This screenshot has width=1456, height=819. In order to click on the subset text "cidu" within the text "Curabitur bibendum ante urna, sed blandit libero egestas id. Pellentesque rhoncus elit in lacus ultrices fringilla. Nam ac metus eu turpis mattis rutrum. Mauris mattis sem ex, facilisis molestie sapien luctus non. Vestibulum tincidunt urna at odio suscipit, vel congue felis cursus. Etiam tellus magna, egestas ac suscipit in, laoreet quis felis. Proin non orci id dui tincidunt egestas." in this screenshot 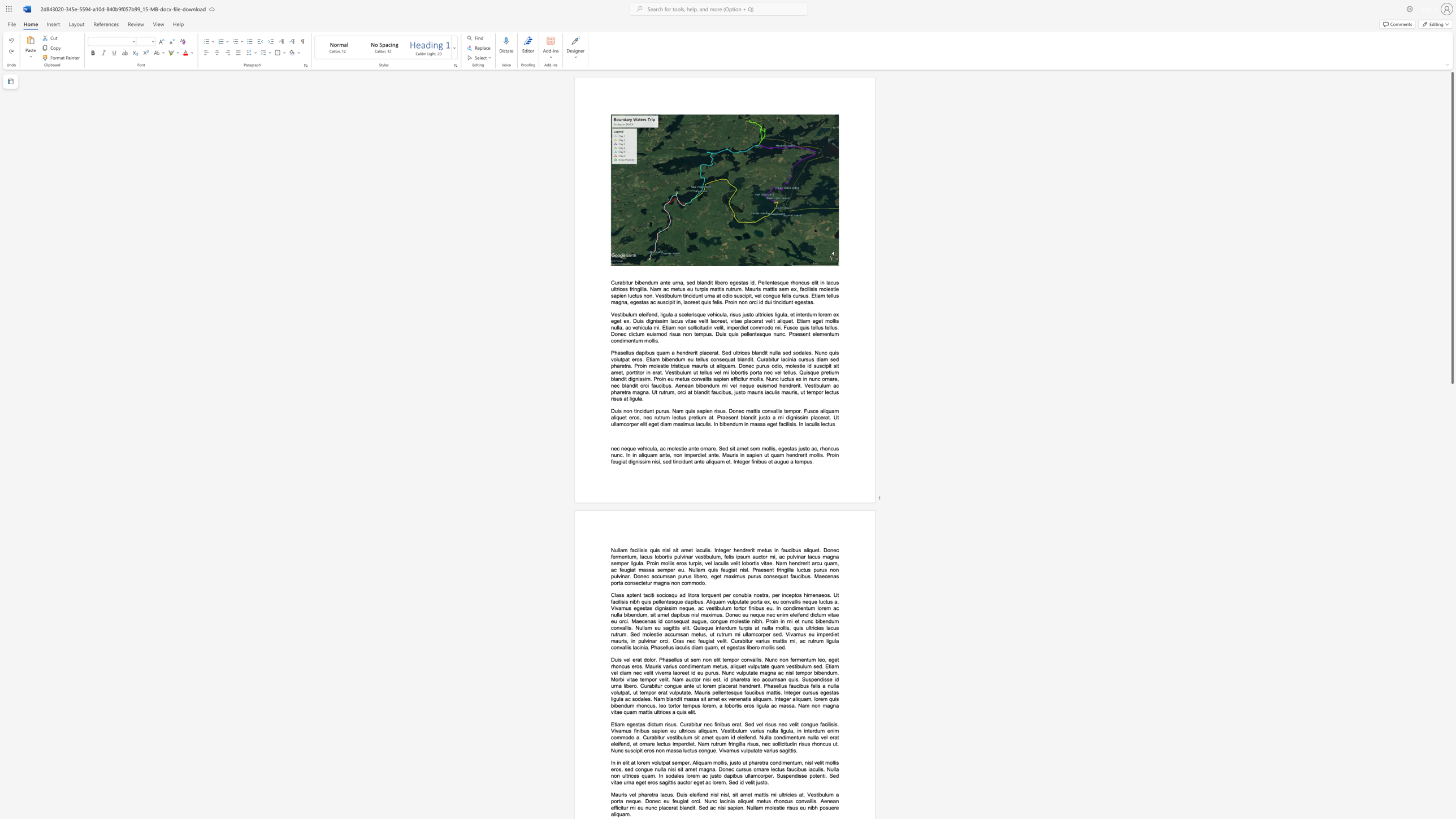, I will do `click(778, 302)`.